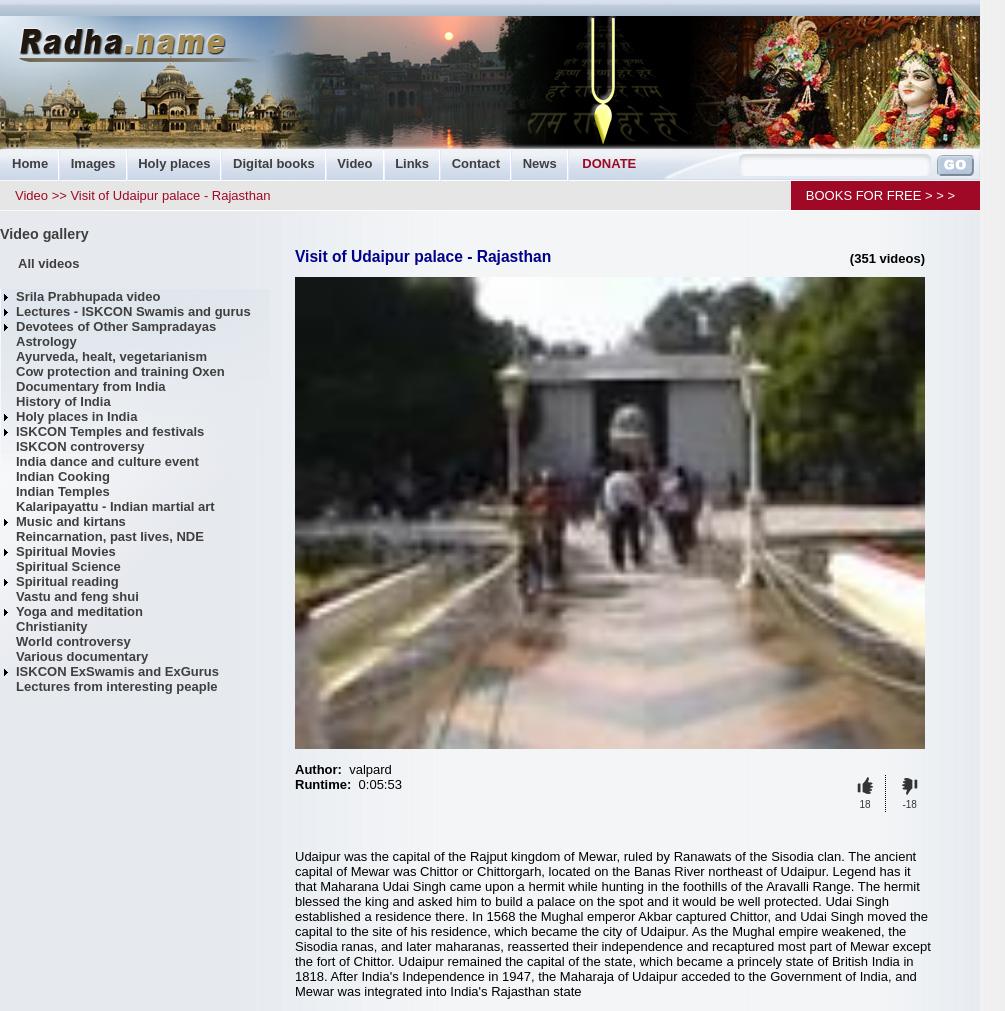 The image size is (1005, 1011). I want to click on 'Spiritual Movies', so click(65, 551).